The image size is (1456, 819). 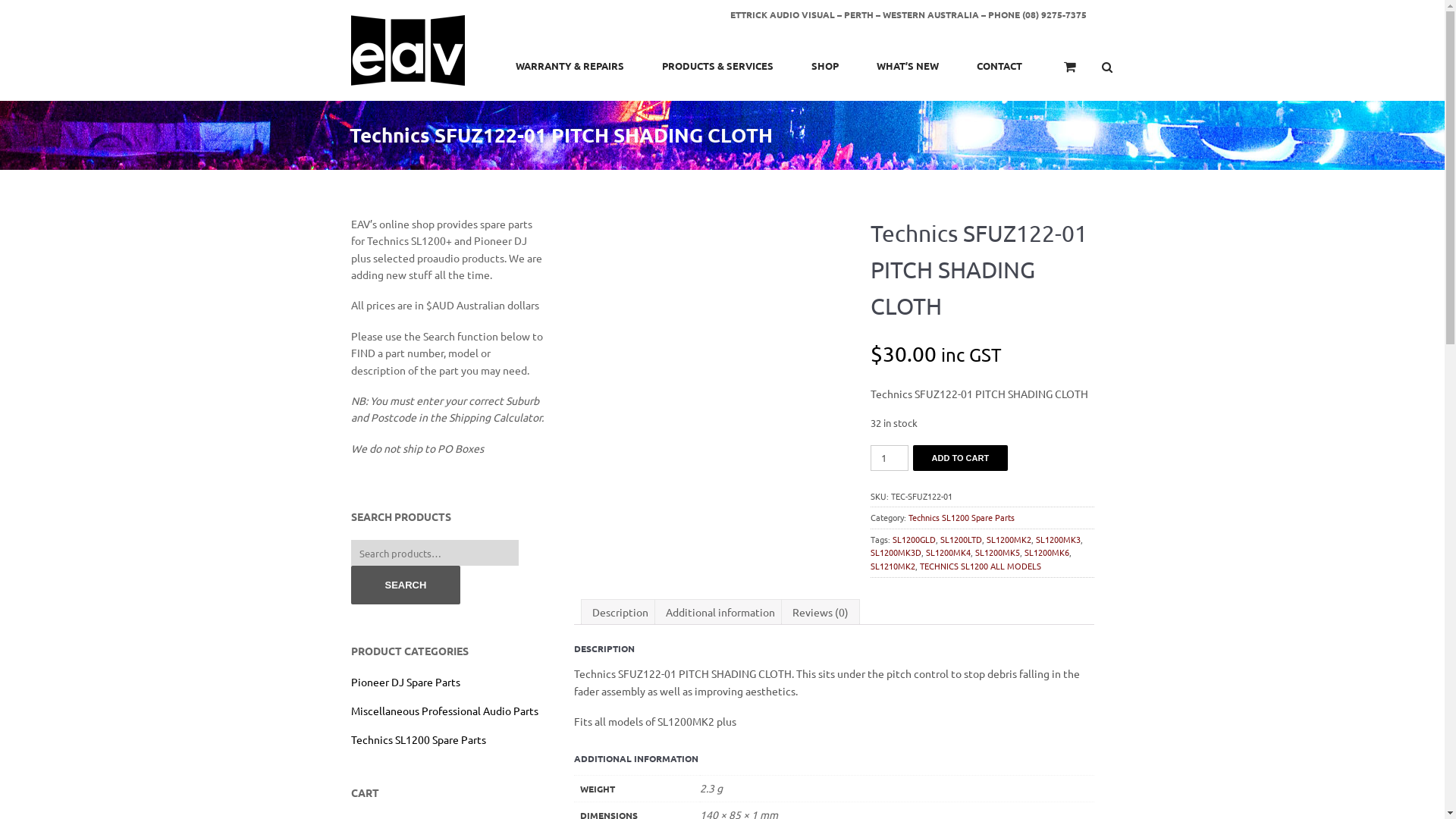 What do you see at coordinates (418, 739) in the screenshot?
I see `'Technics SL1200 Spare Parts'` at bounding box center [418, 739].